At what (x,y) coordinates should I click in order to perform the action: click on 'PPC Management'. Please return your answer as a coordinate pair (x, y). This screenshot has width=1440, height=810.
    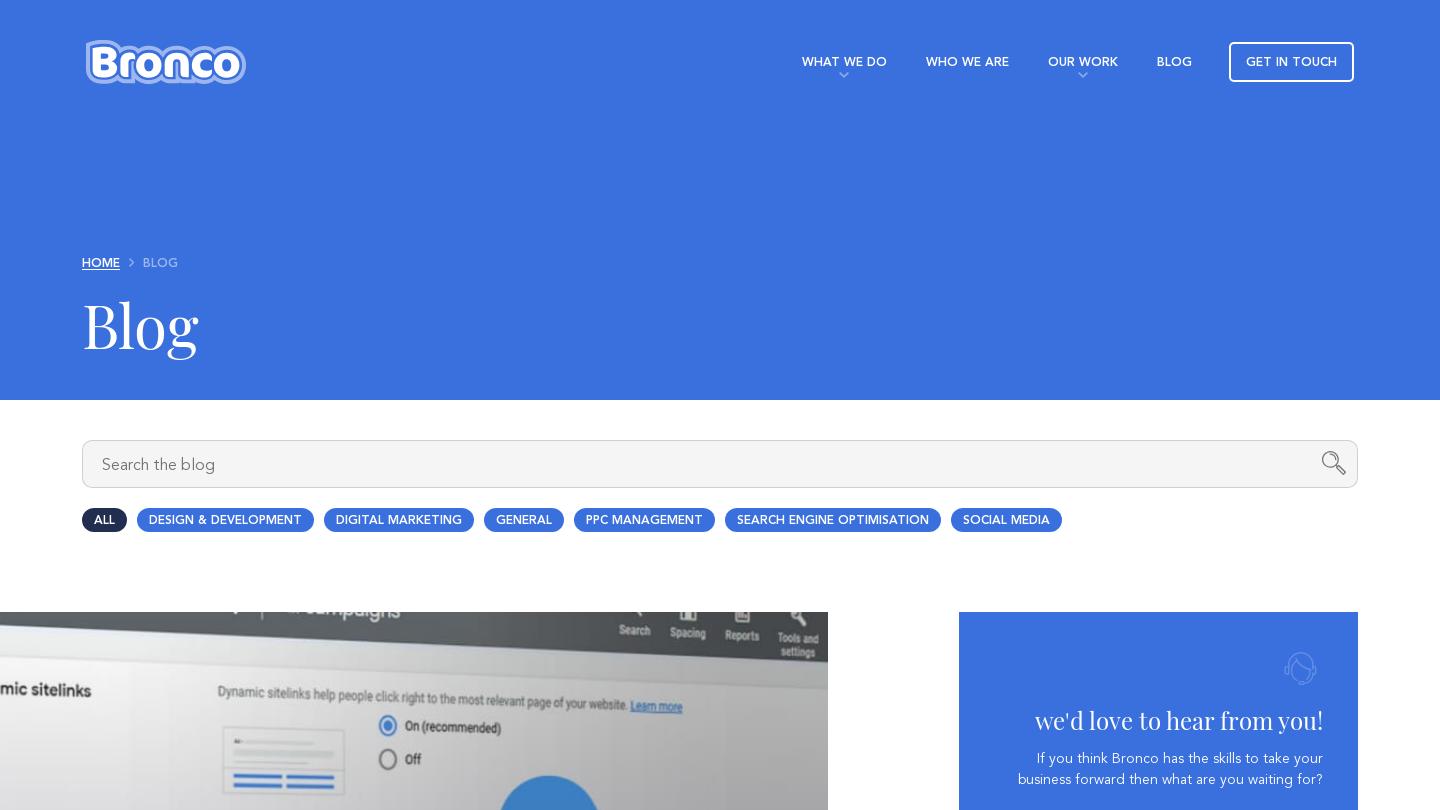
    Looking at the image, I should click on (642, 520).